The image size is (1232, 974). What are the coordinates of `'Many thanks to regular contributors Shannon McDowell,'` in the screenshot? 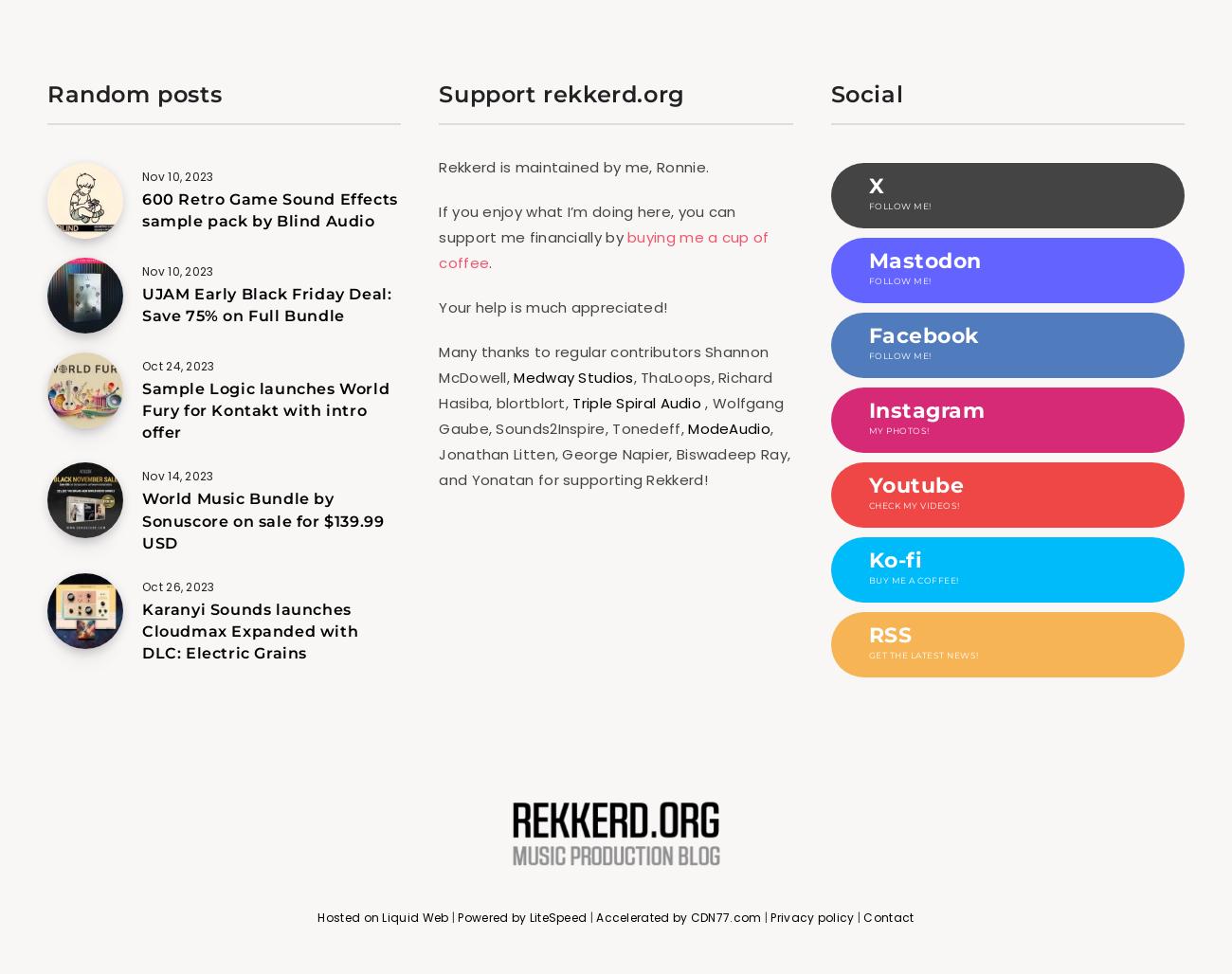 It's located at (604, 362).